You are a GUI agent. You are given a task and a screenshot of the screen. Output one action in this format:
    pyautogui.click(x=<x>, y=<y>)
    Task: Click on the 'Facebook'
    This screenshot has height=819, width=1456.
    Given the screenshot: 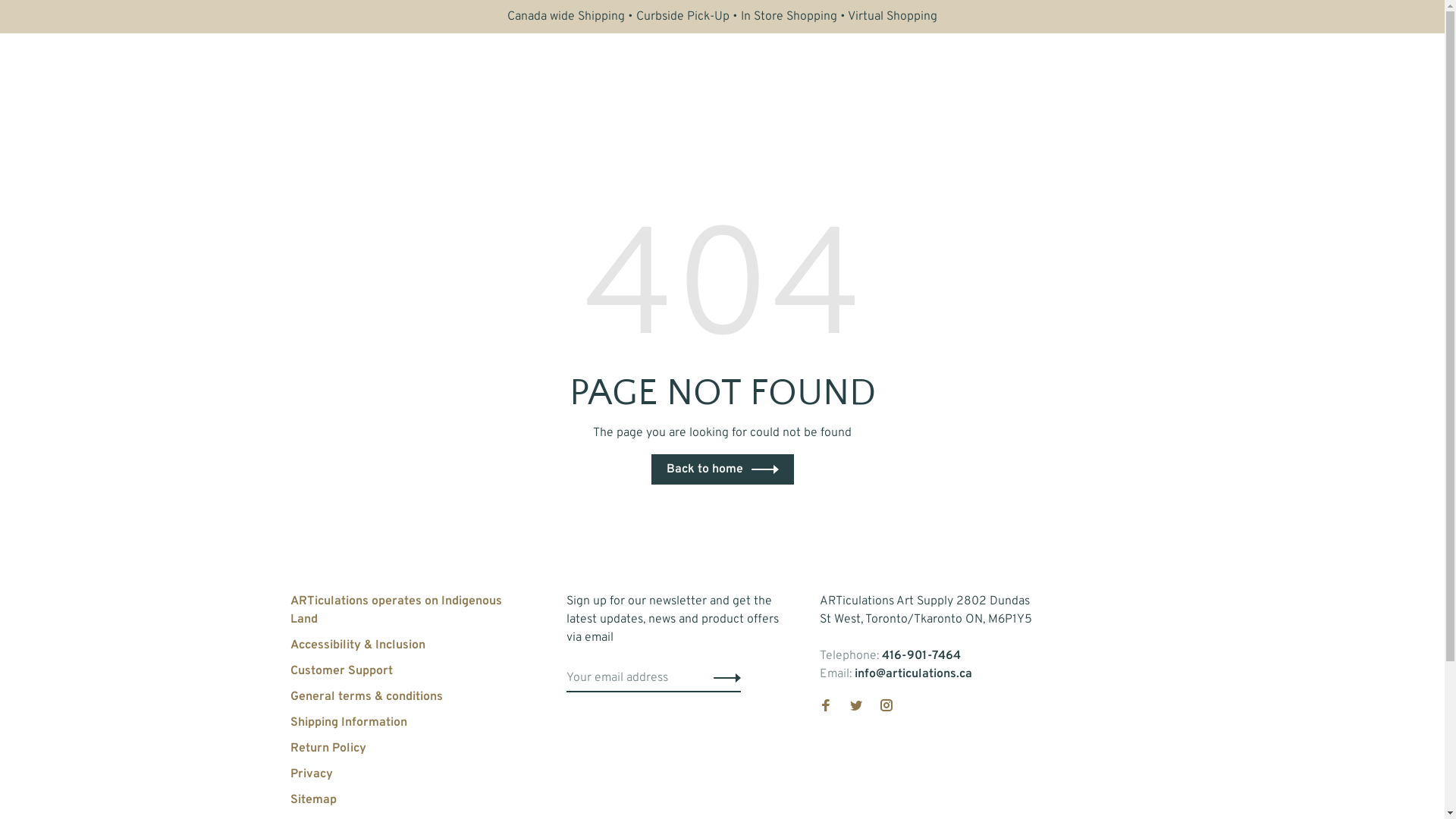 What is the action you would take?
    pyautogui.click(x=824, y=708)
    